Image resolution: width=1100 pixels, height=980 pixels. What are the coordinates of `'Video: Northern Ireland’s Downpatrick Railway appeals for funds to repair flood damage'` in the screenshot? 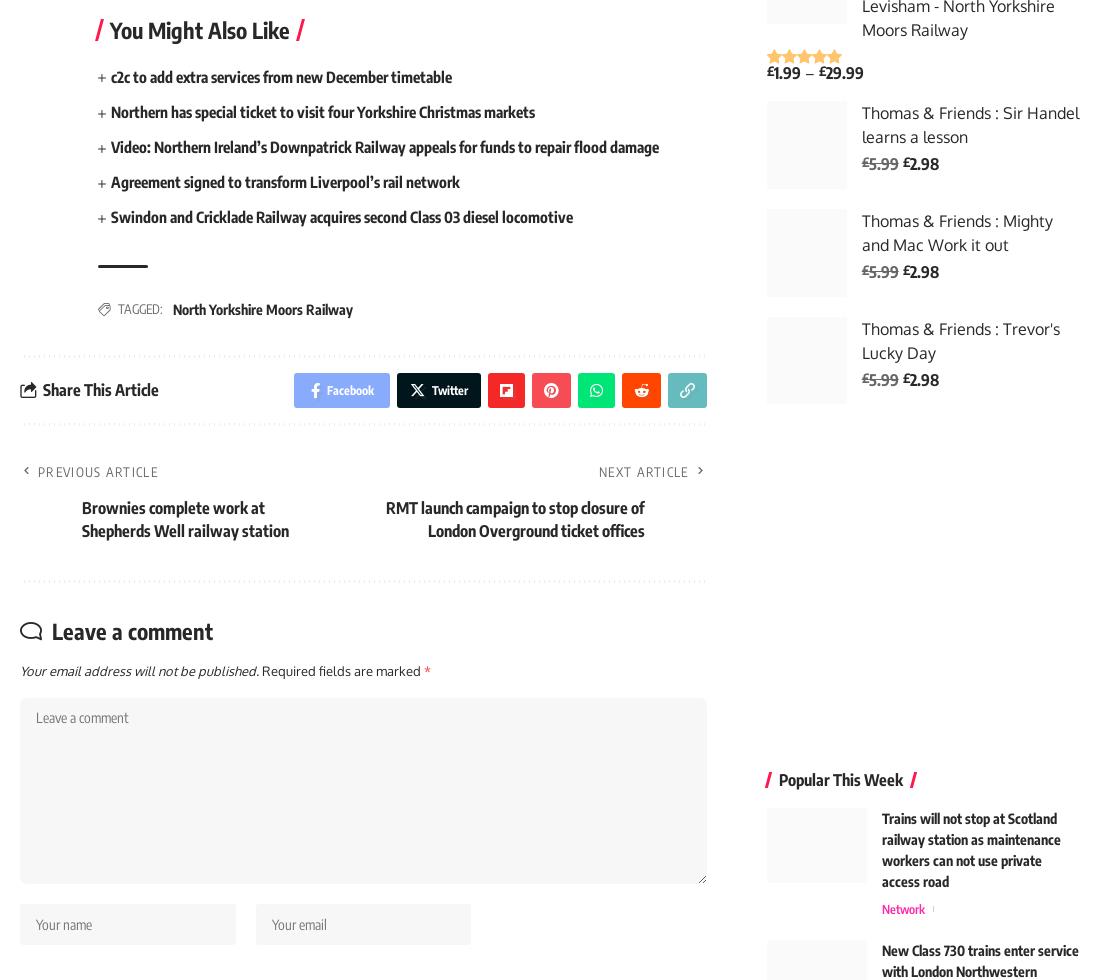 It's located at (401, 151).